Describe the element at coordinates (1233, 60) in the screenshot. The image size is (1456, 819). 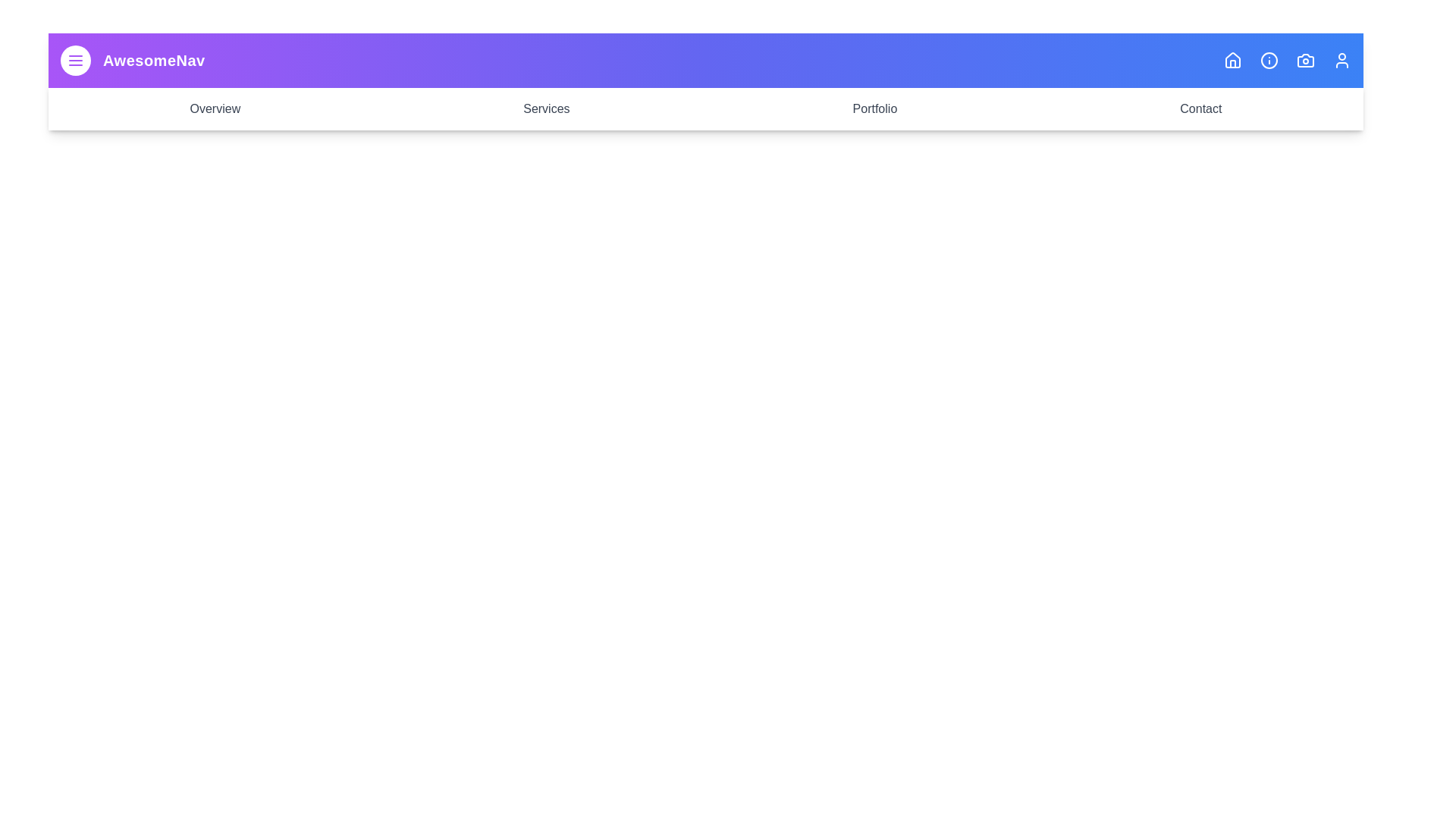
I see `the icon corresponding to Home to observe its hover effect` at that location.